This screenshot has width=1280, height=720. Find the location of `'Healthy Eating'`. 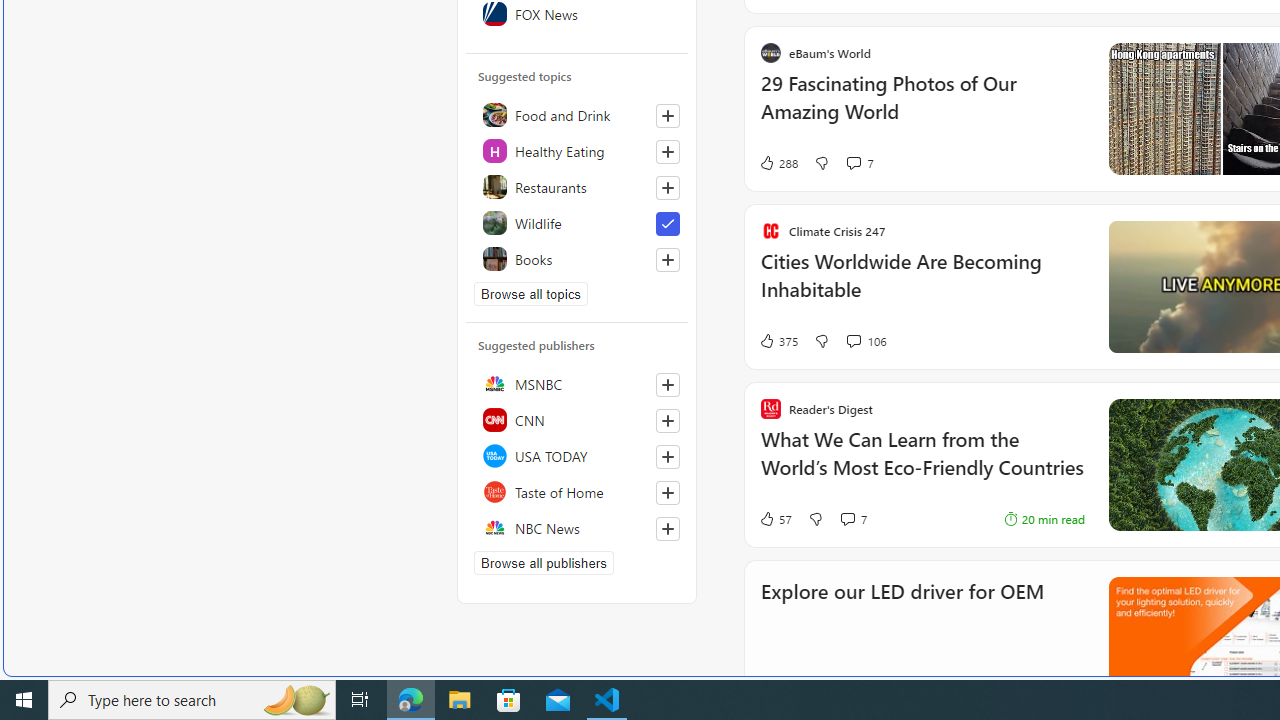

'Healthy Eating' is located at coordinates (576, 149).